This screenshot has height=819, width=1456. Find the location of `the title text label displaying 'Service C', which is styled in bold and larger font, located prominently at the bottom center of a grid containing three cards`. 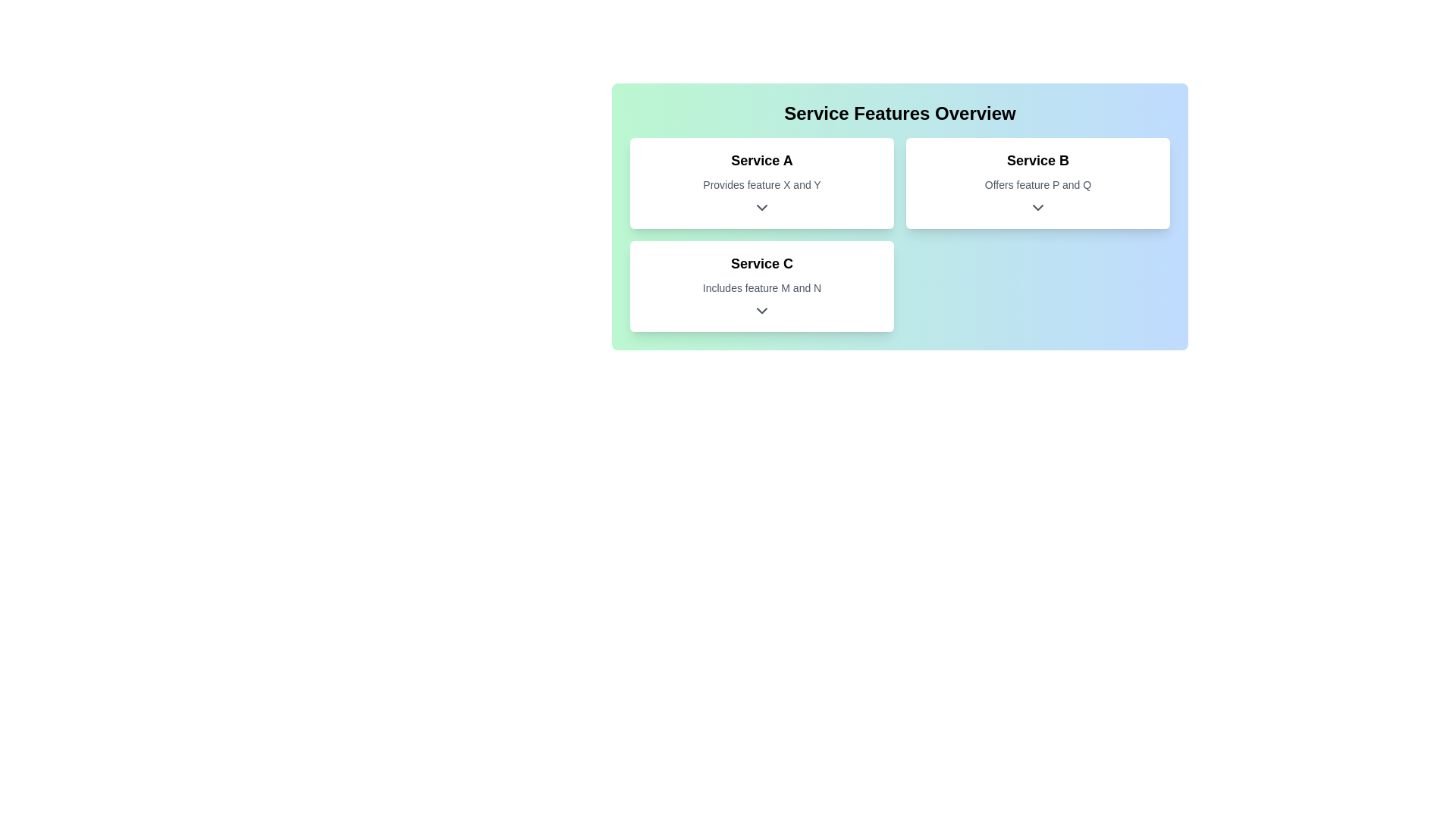

the title text label displaying 'Service C', which is styled in bold and larger font, located prominently at the bottom center of a grid containing three cards is located at coordinates (761, 262).